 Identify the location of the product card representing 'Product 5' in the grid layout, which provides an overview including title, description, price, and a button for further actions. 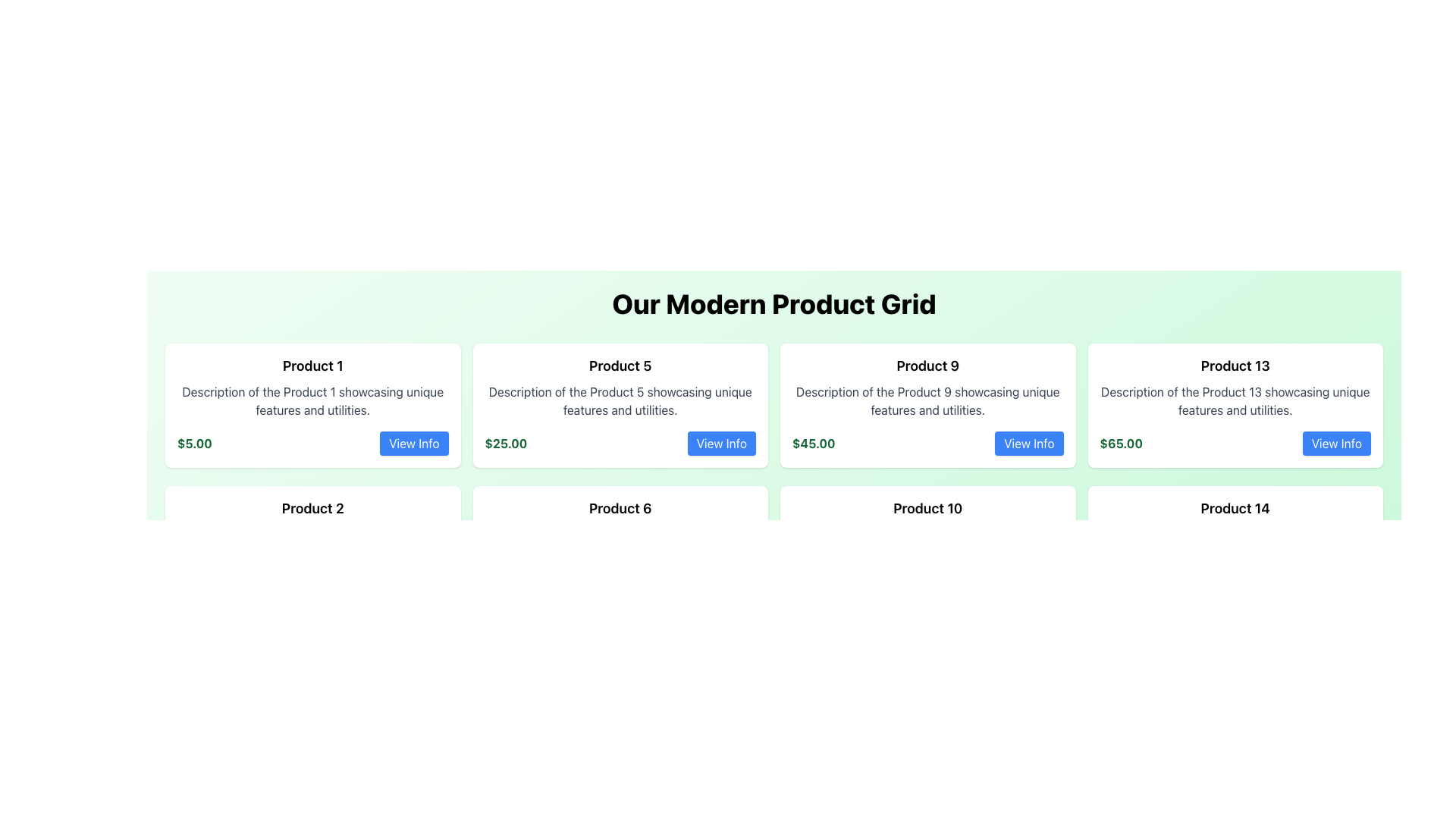
(620, 405).